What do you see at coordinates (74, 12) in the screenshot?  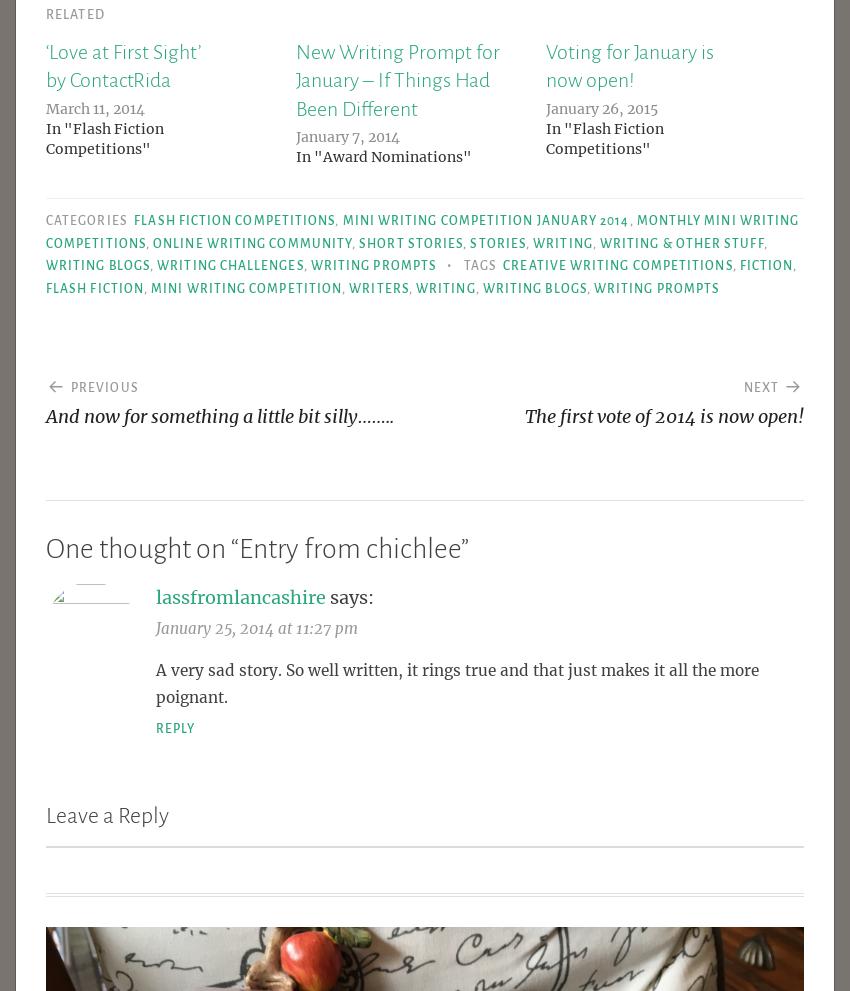 I see `'Related'` at bounding box center [74, 12].